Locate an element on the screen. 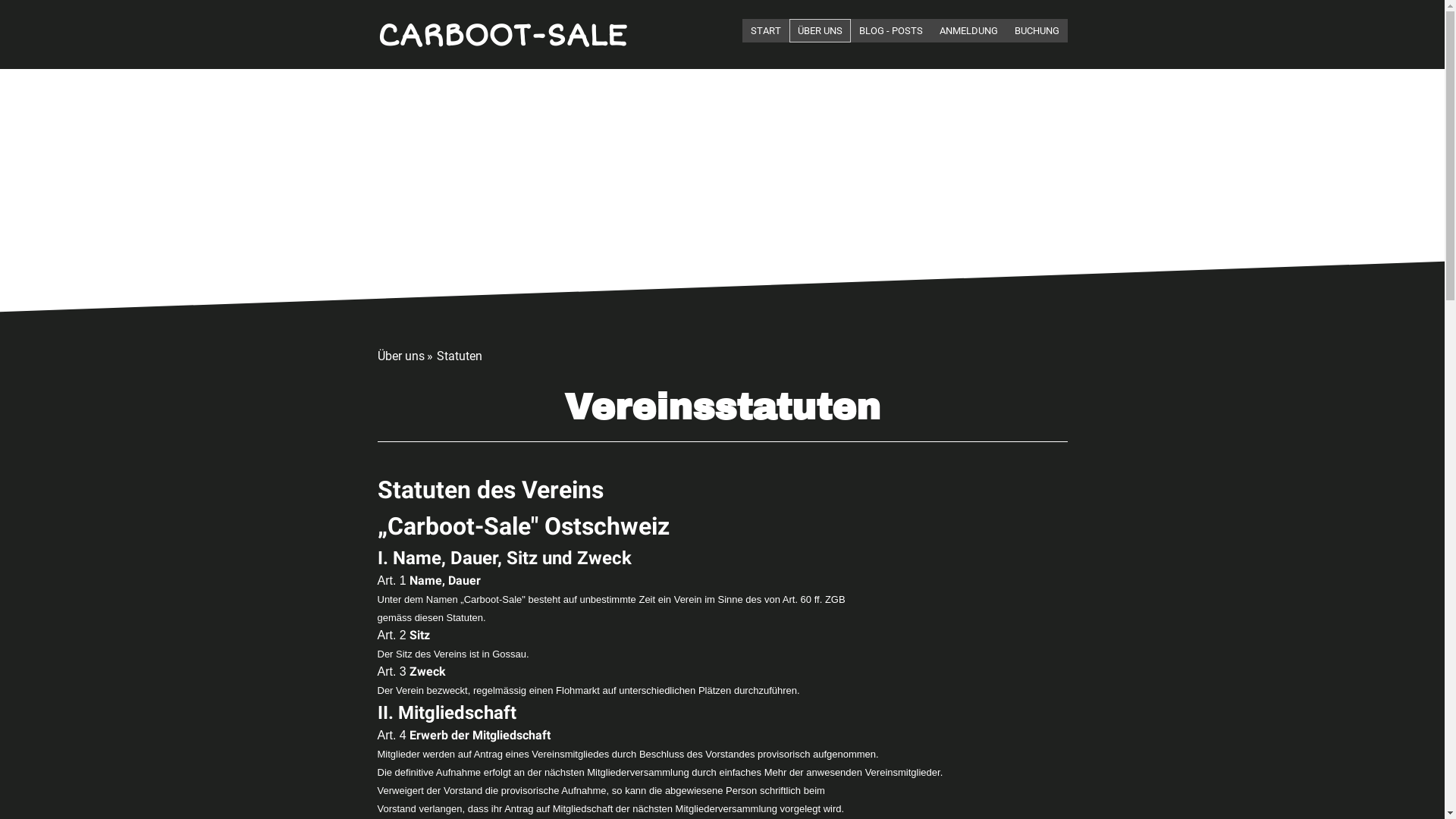  'BUCHUNG' is located at coordinates (1035, 30).